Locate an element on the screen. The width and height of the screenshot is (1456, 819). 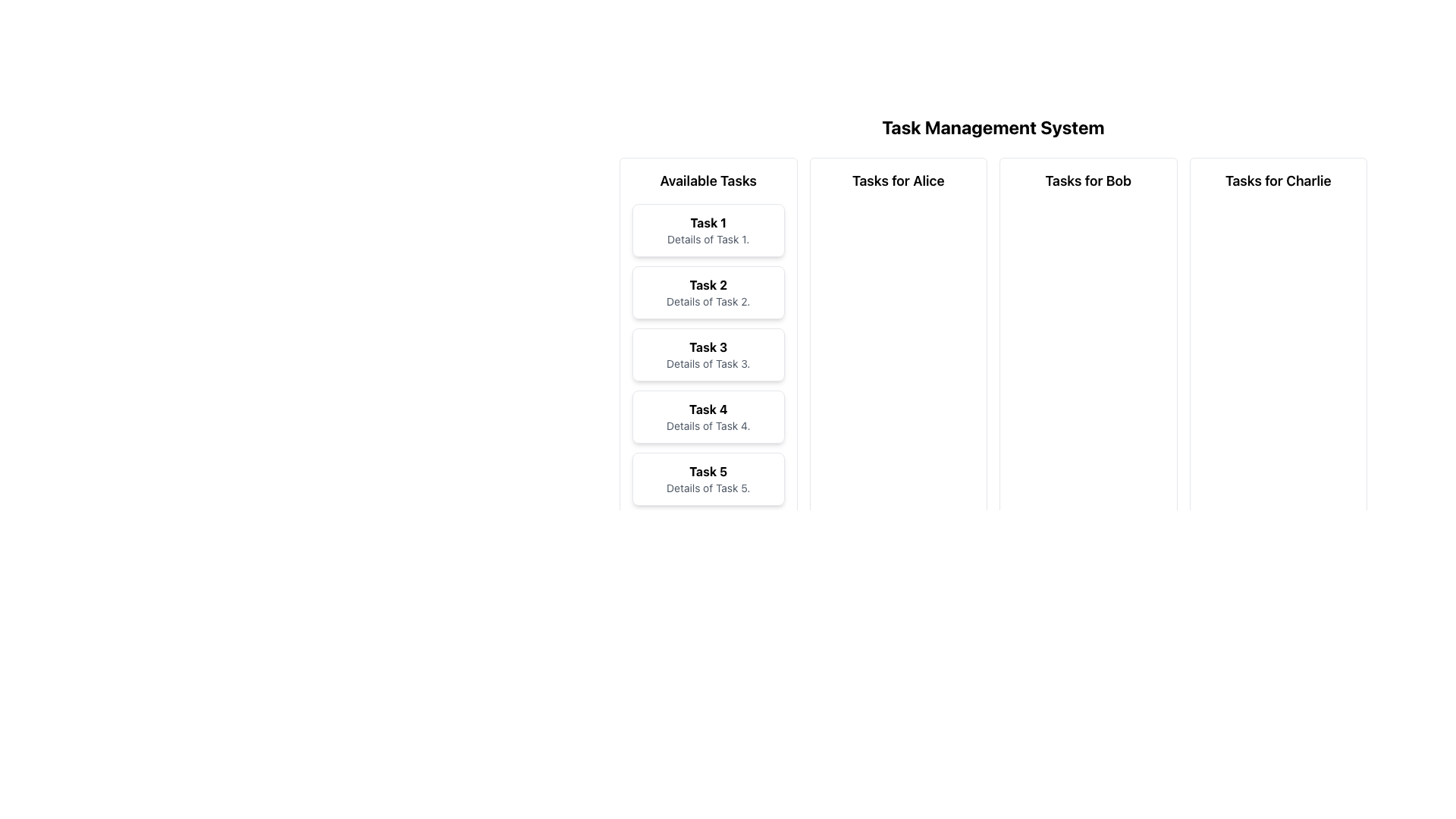
the title text of the second task card in the 'Available Tasks' column is located at coordinates (708, 284).